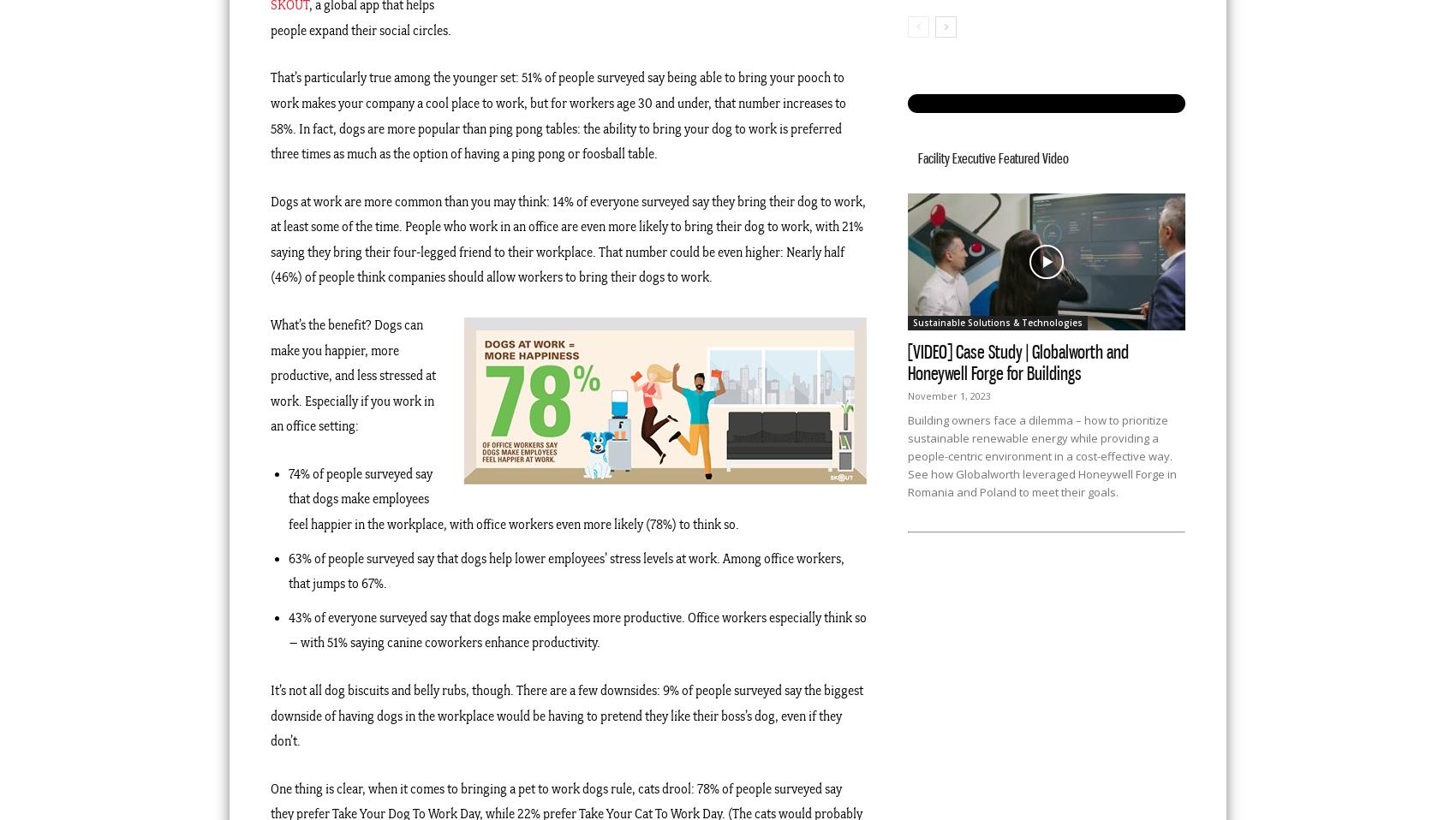  What do you see at coordinates (918, 157) in the screenshot?
I see `'Facility Executive Featured Video'` at bounding box center [918, 157].